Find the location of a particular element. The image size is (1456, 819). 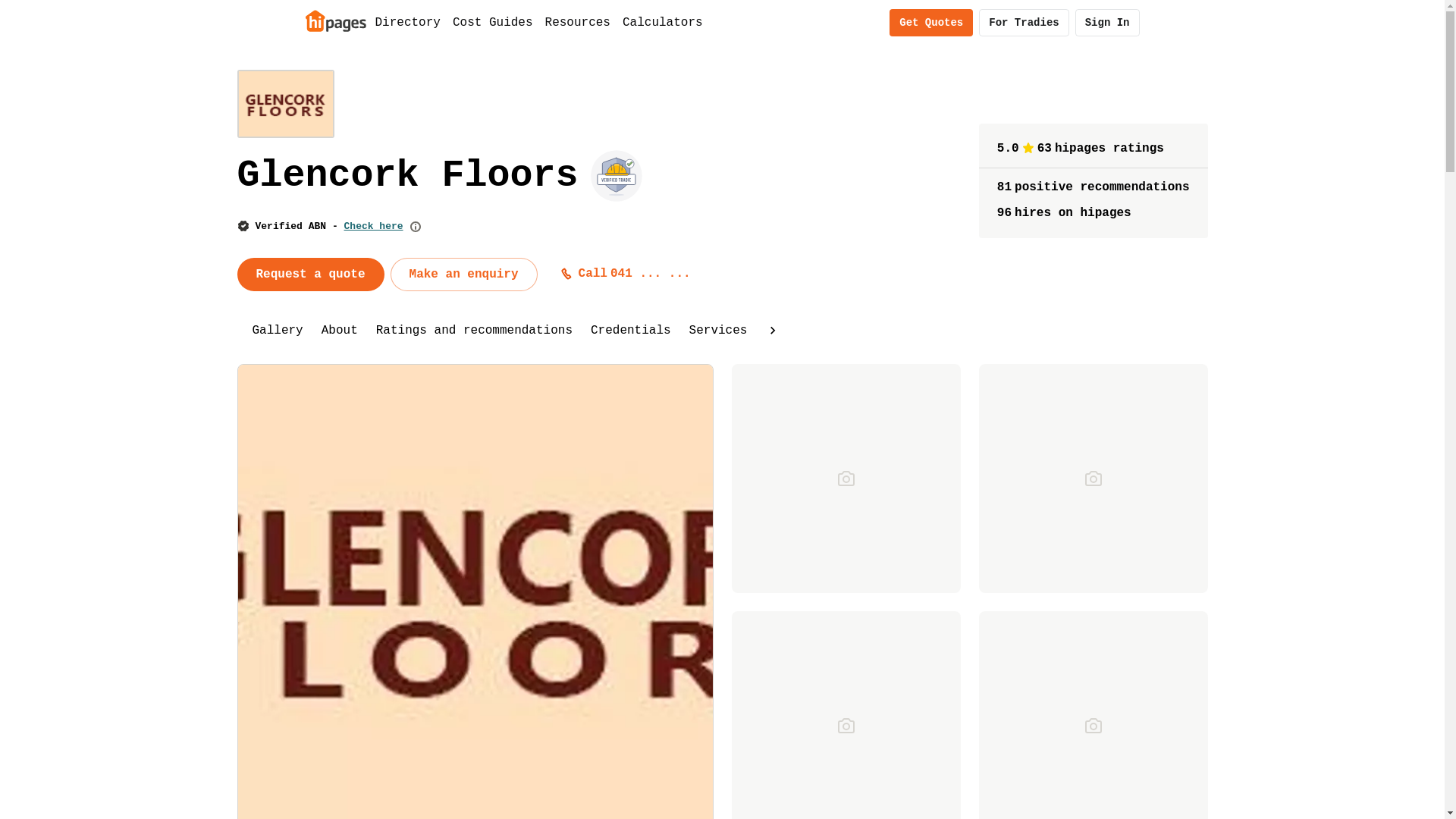

'Request a quote' is located at coordinates (309, 275).